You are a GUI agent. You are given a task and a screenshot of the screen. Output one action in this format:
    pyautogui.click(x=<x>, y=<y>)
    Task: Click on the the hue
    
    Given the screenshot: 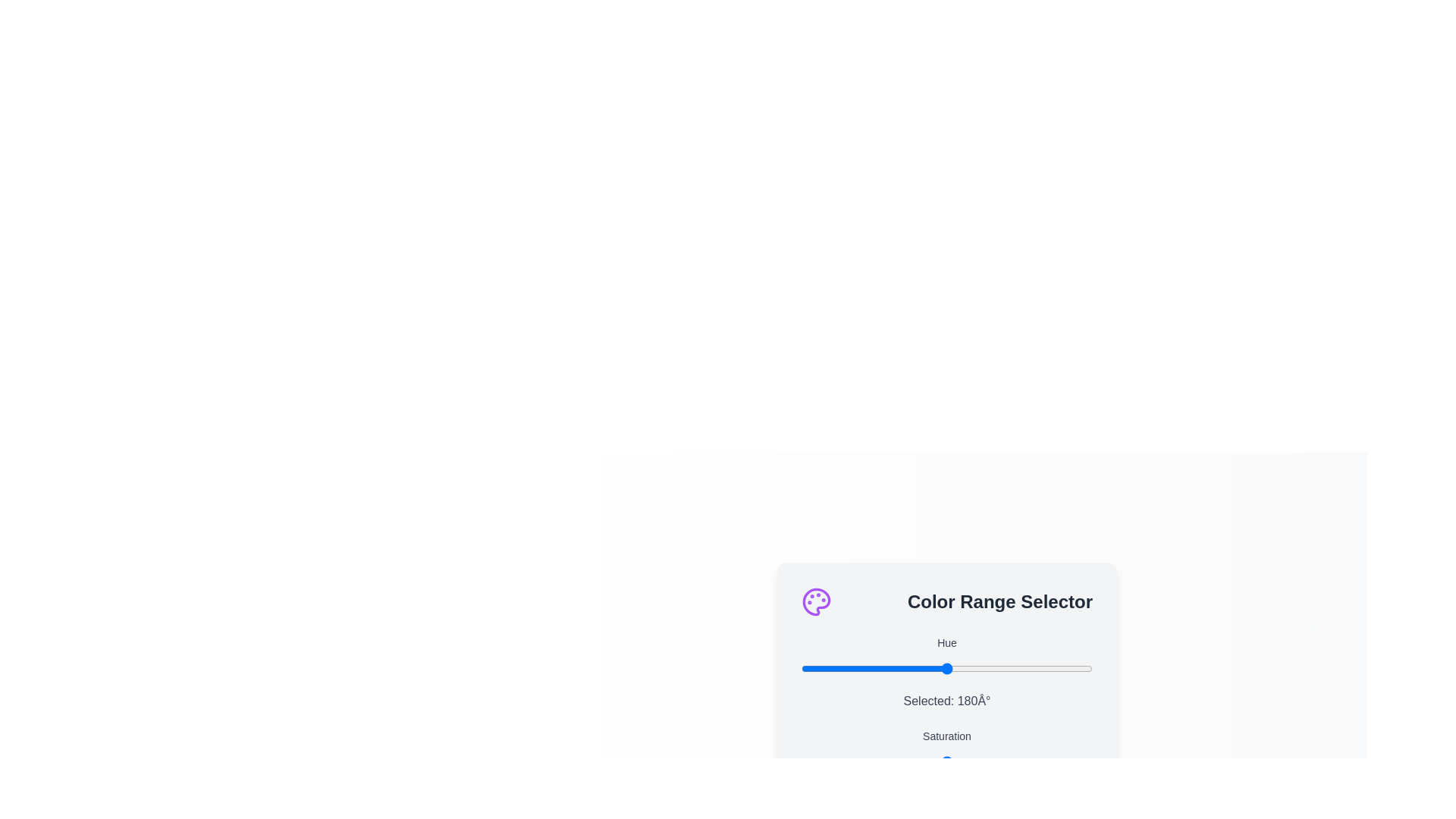 What is the action you would take?
    pyautogui.click(x=967, y=667)
    